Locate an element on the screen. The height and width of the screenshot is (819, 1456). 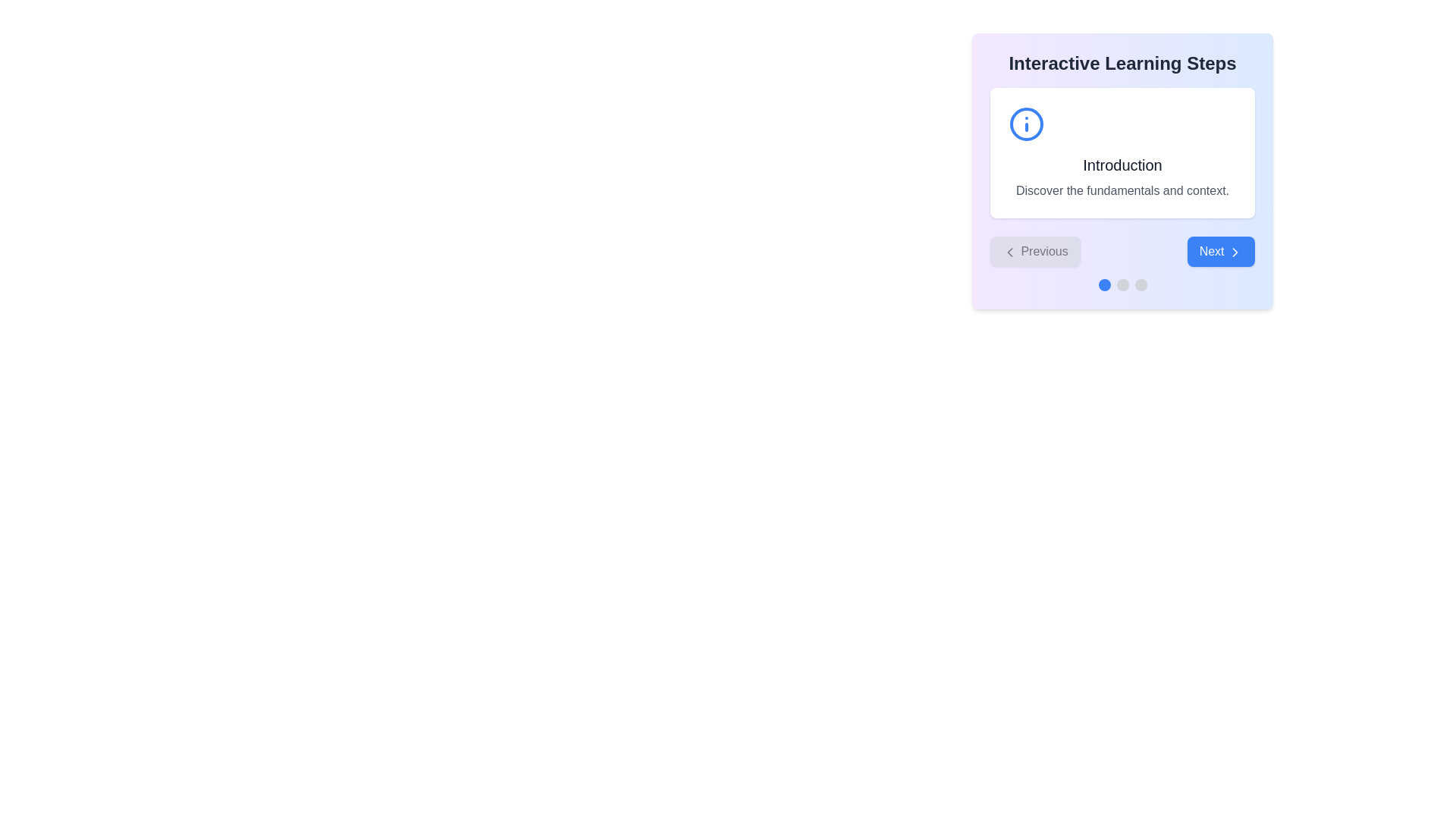
the left-facing chevron icon located beside the 'Previous' button in the 'Interactive Learning Steps' dialog box is located at coordinates (1009, 250).